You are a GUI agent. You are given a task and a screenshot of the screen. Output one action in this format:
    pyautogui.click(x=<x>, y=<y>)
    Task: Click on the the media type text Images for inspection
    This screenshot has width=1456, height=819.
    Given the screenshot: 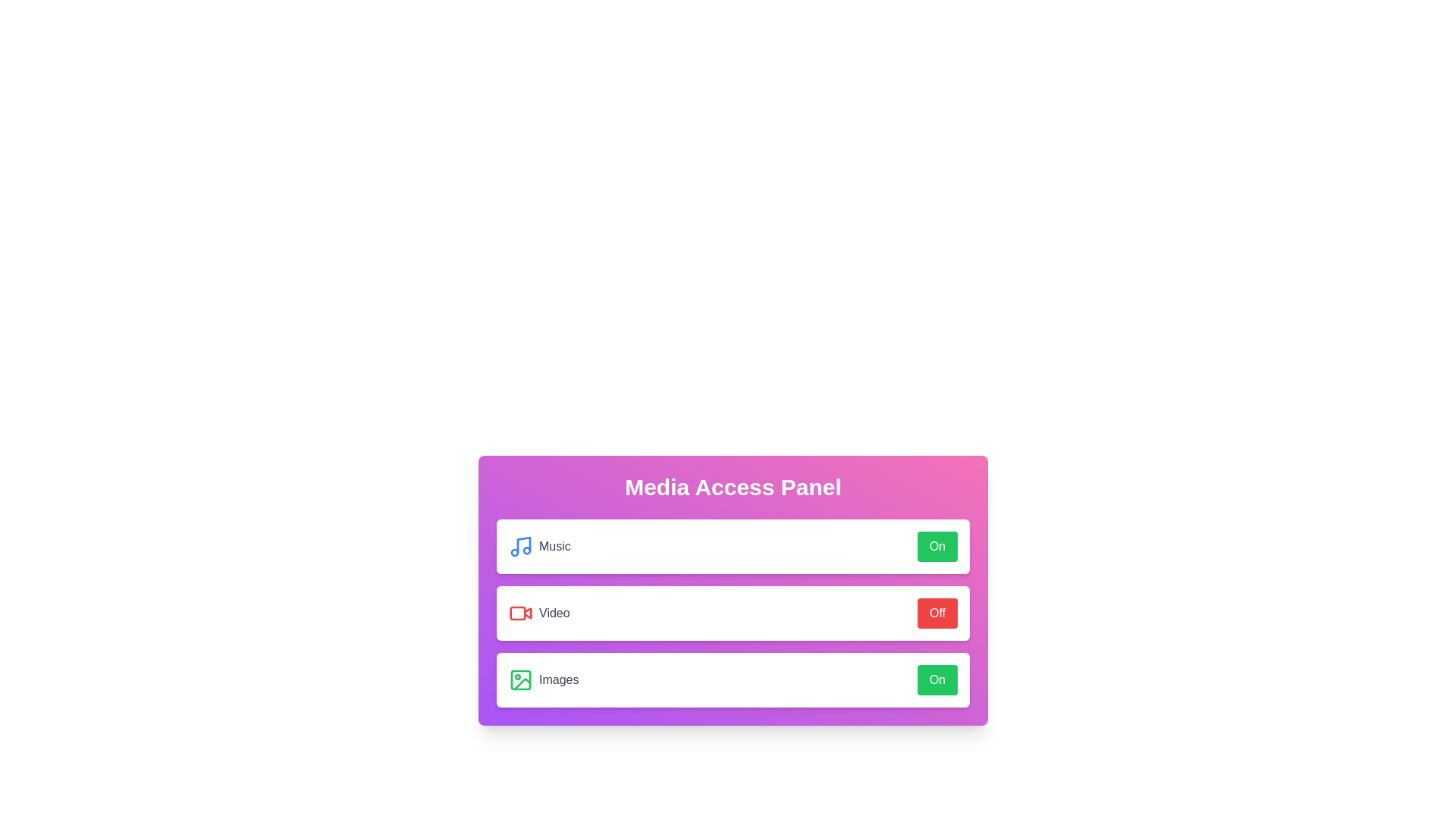 What is the action you would take?
    pyautogui.click(x=538, y=679)
    